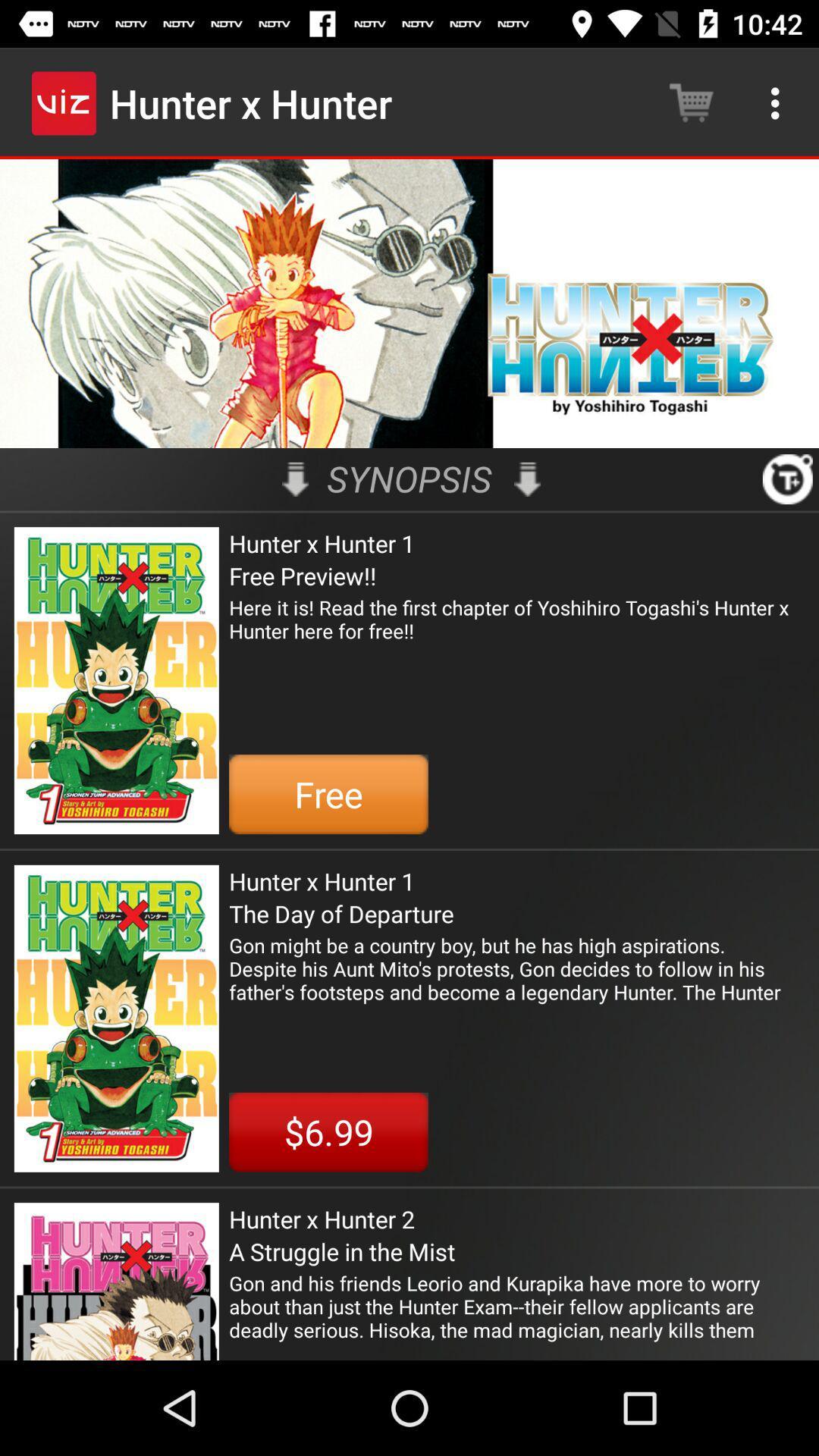 The image size is (819, 1456). I want to click on icon to the right of the synopsis icon, so click(526, 479).